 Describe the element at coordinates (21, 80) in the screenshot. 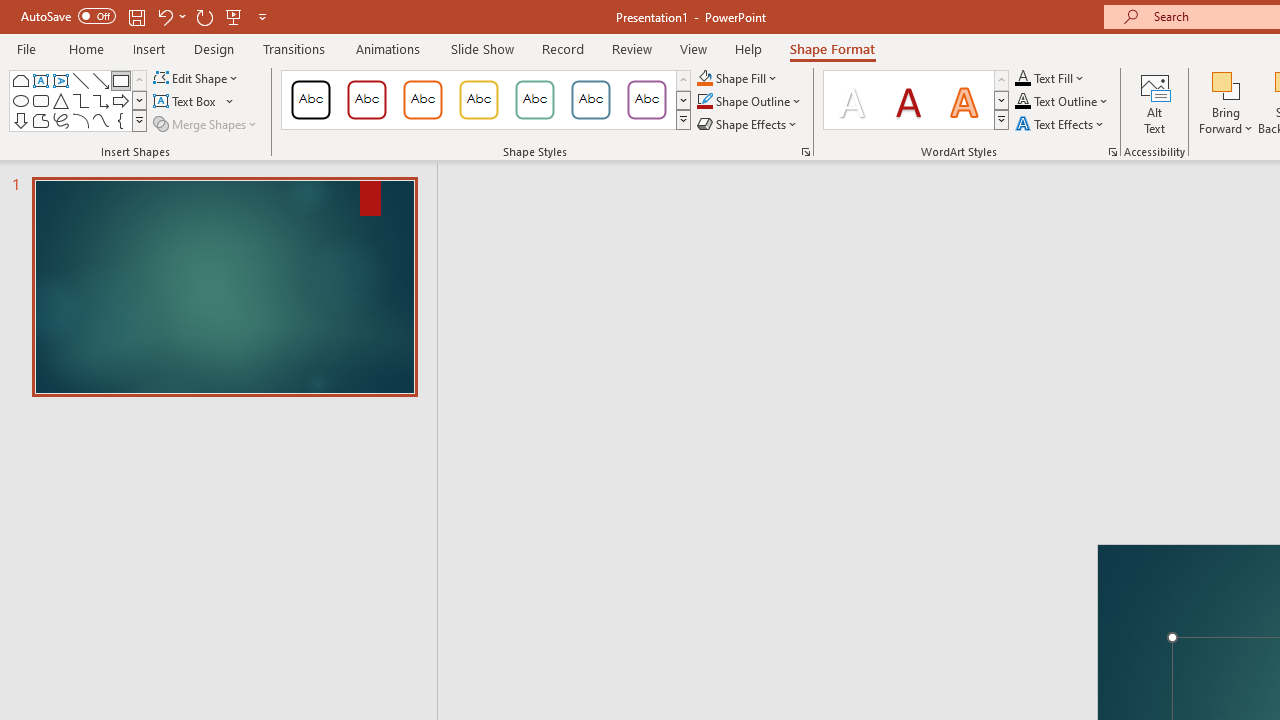

I see `'Rectangle: Top Corners Snipped'` at that location.